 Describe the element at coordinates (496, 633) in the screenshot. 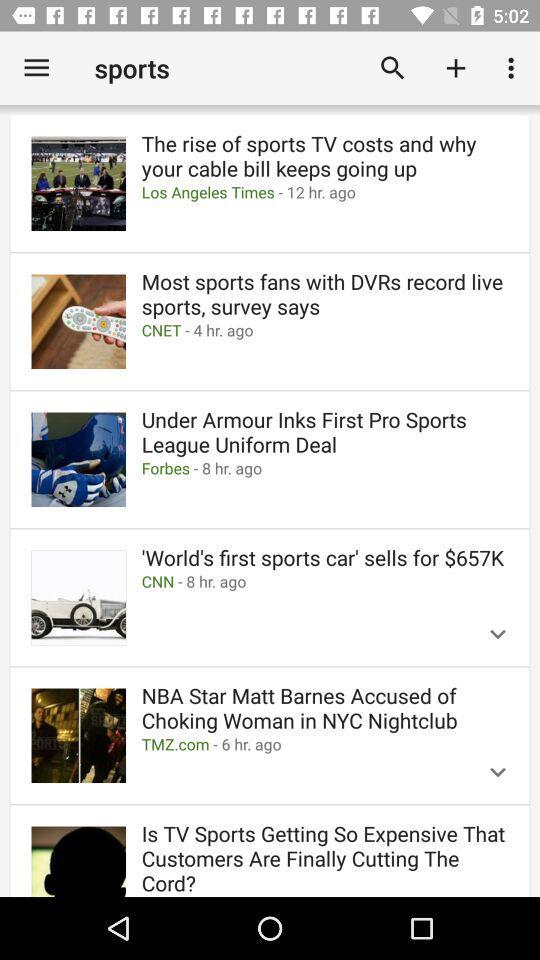

I see `the expand_more icon` at that location.